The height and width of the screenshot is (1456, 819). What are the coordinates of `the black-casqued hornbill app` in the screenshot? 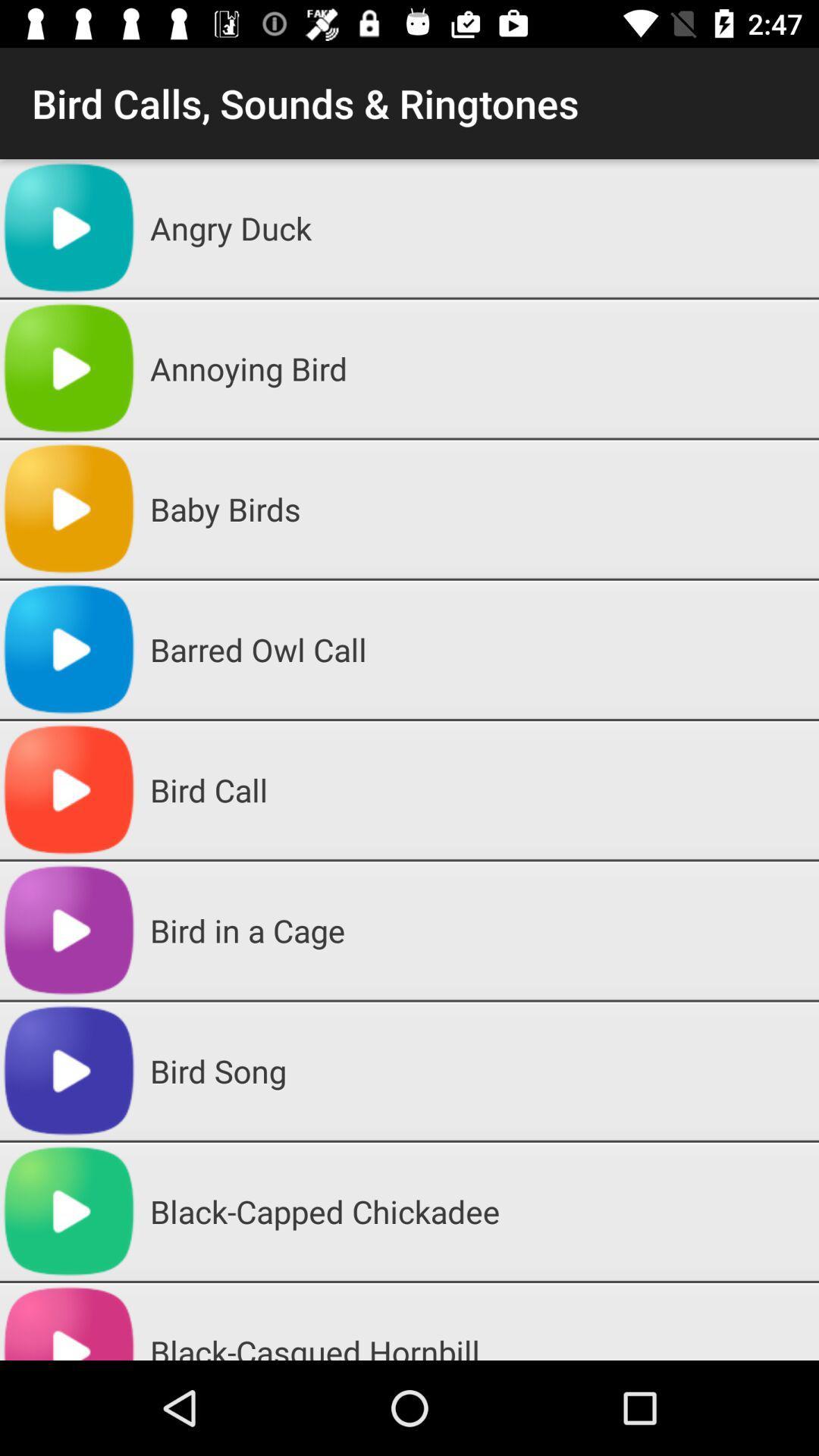 It's located at (479, 1320).